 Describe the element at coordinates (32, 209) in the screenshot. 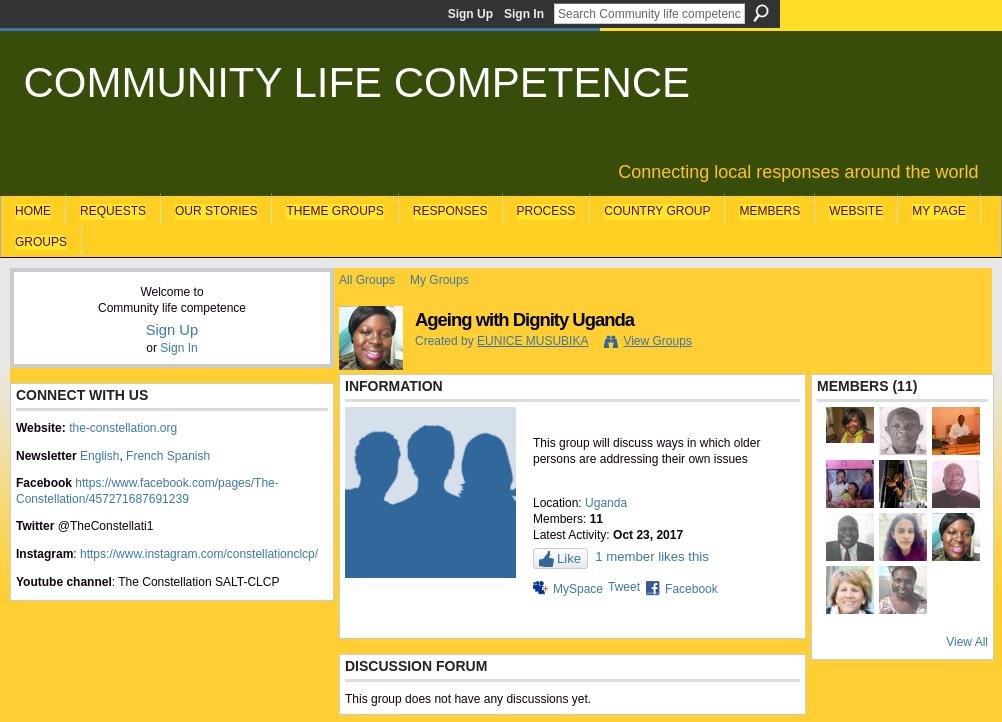

I see `'Home'` at that location.